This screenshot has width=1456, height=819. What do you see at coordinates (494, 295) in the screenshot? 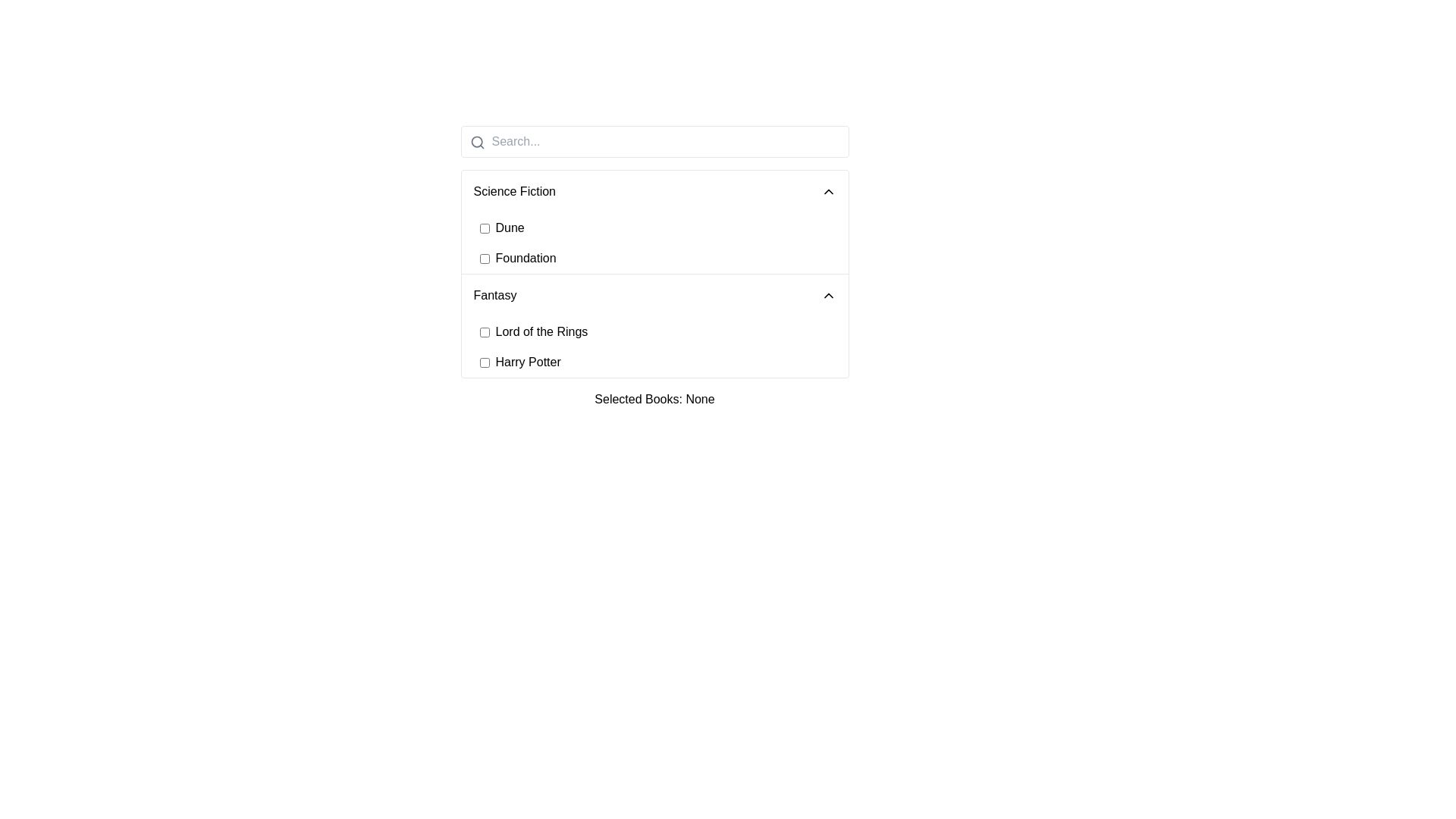
I see `the 'Fantasy' label which serves as a header for the collapsible section, allowing the user to interact with the dropdown indicator` at bounding box center [494, 295].